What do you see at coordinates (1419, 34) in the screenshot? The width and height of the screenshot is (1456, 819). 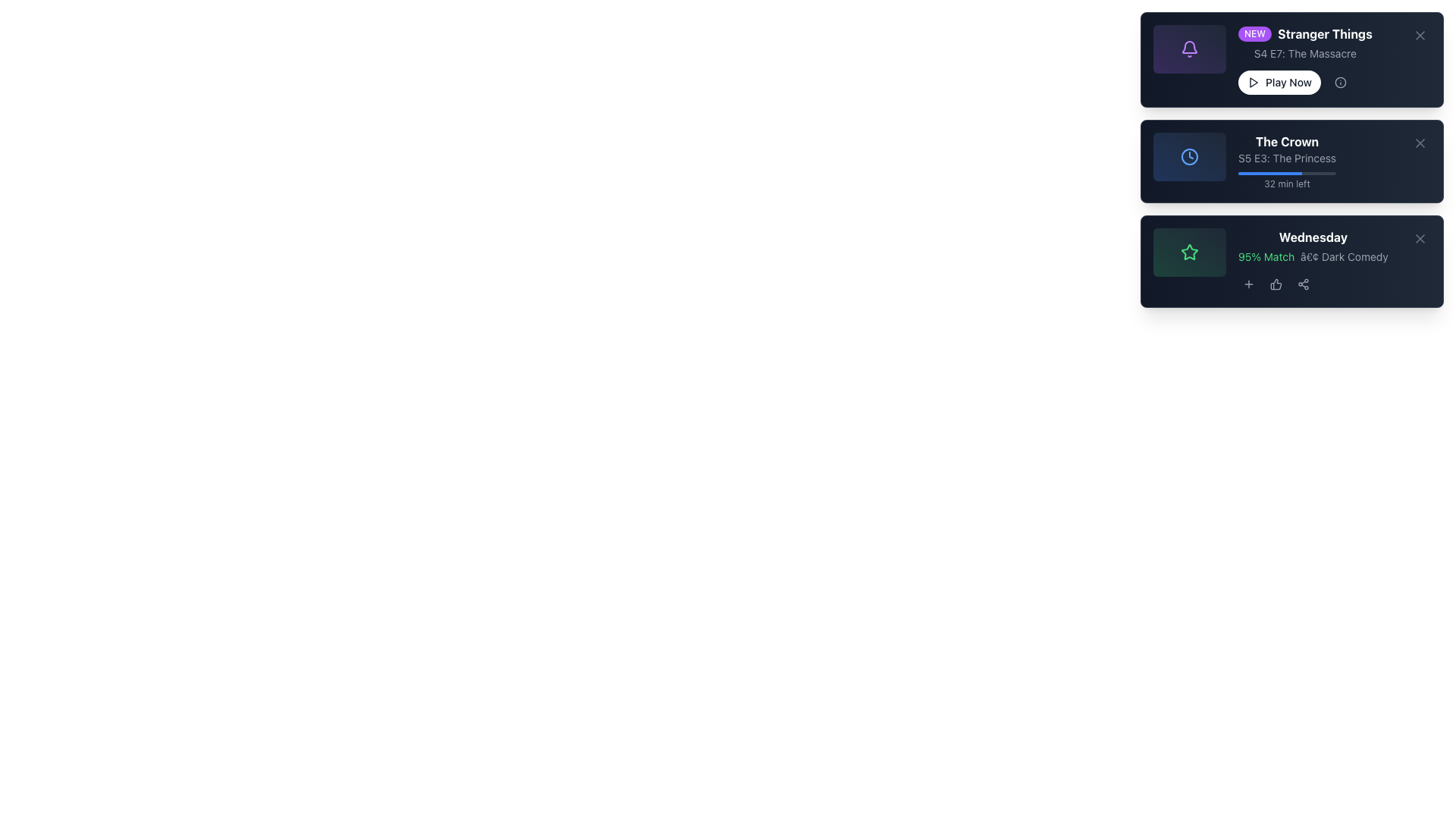 I see `the Close button (styled as a cross icon) located at the top-right corner of the top card in a vertically stacked list` at bounding box center [1419, 34].